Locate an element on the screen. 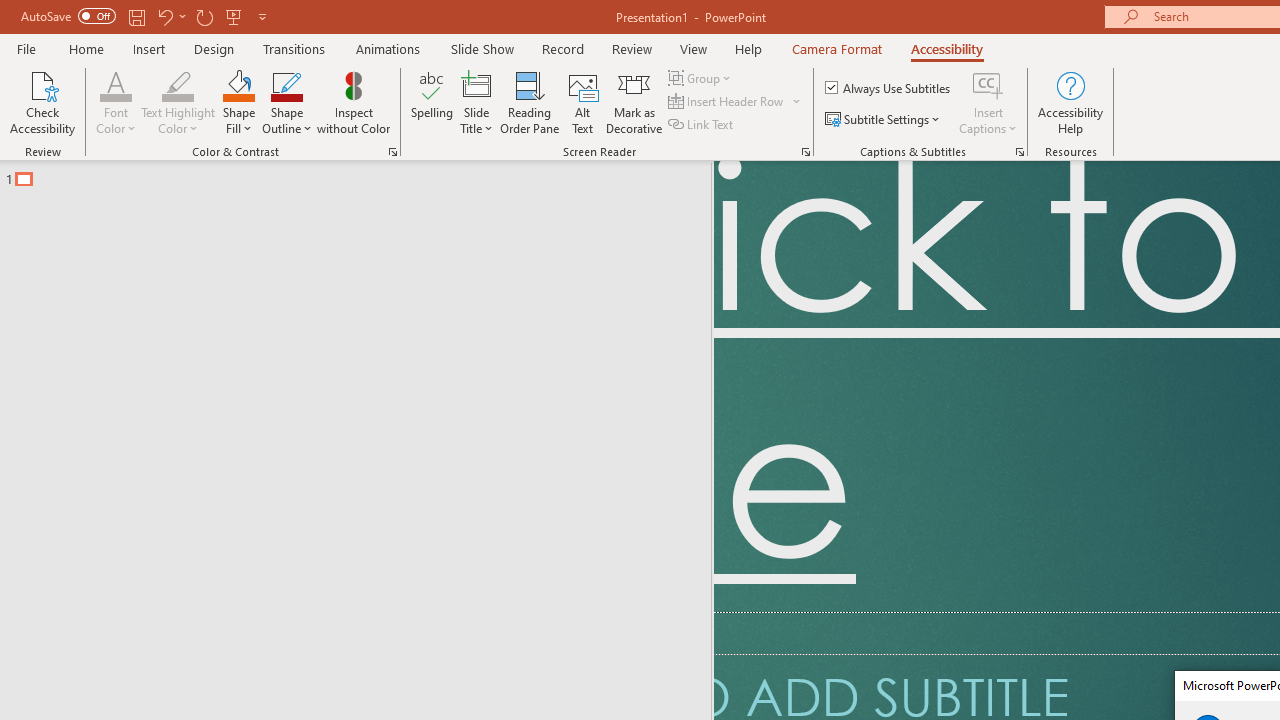 The height and width of the screenshot is (720, 1280). 'Slide Title' is located at coordinates (475, 103).